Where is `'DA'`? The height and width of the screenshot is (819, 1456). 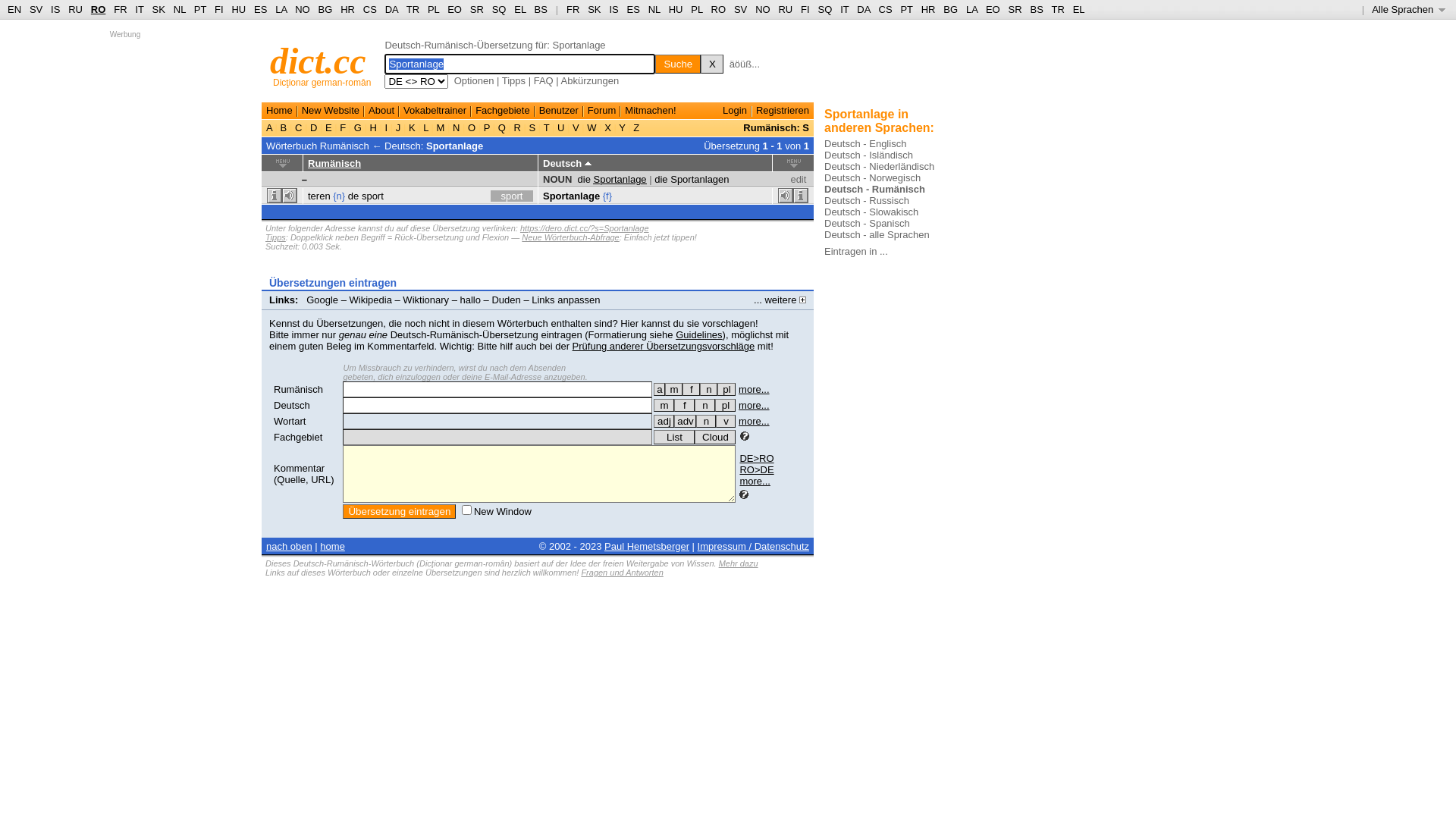
'DA' is located at coordinates (863, 9).